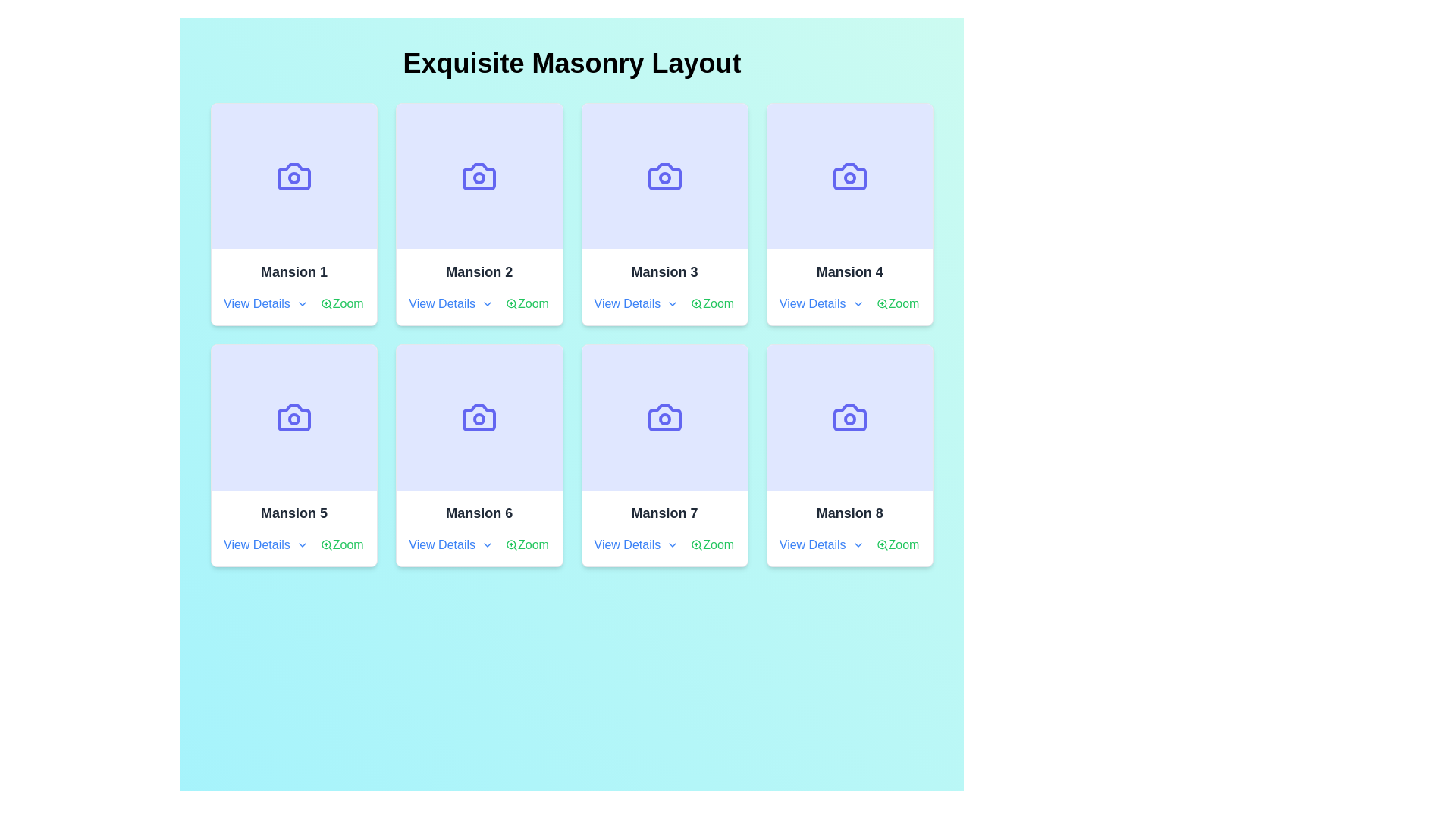  What do you see at coordinates (512, 304) in the screenshot?
I see `the green magnifying glass icon with a plus sign inside, located within the 'Mansion 2' card under the 'Zoom' text` at bounding box center [512, 304].